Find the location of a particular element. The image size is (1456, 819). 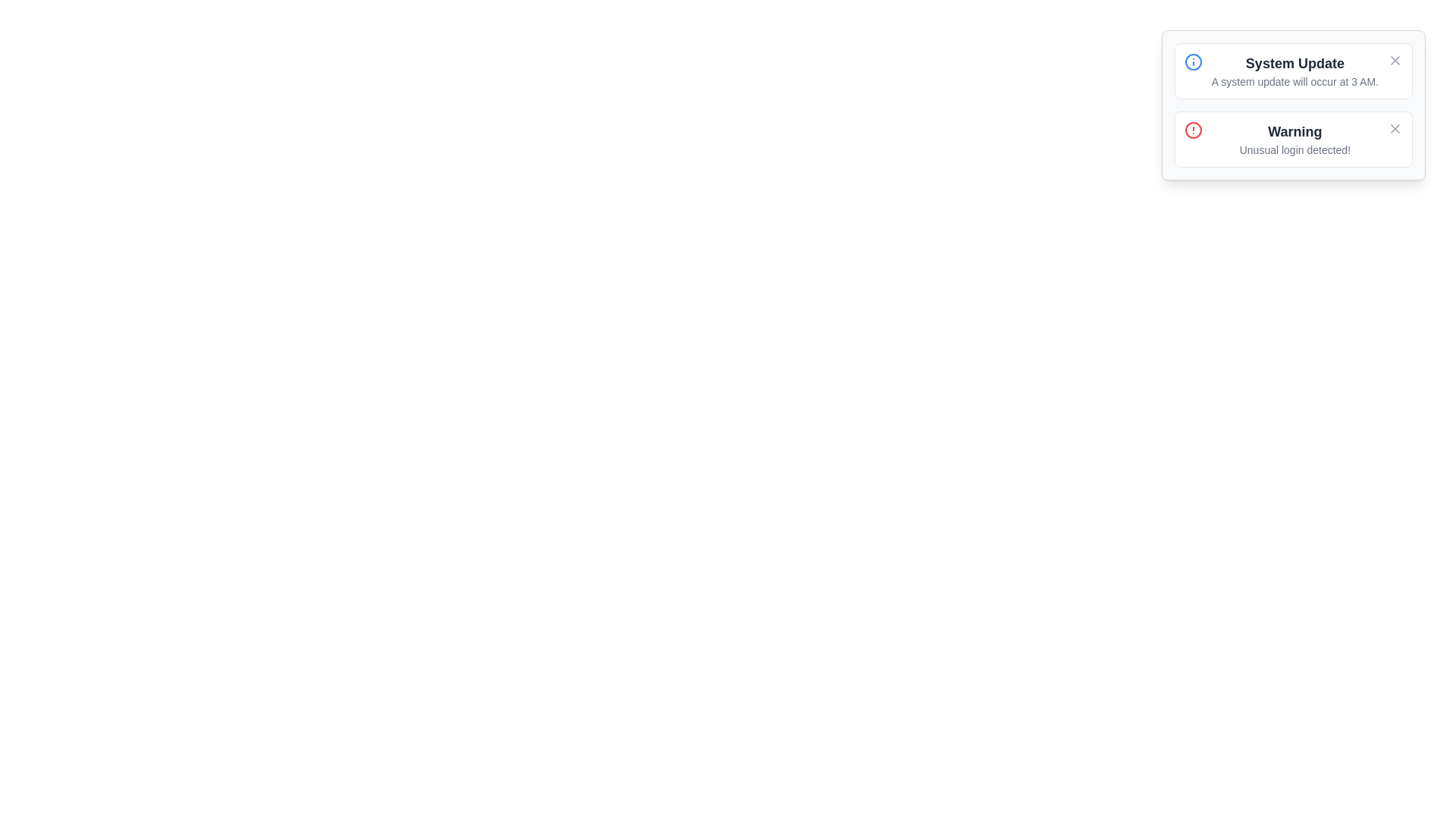

the information notification icon located to the left of the 'System Update' text in the notification element is located at coordinates (1192, 61).